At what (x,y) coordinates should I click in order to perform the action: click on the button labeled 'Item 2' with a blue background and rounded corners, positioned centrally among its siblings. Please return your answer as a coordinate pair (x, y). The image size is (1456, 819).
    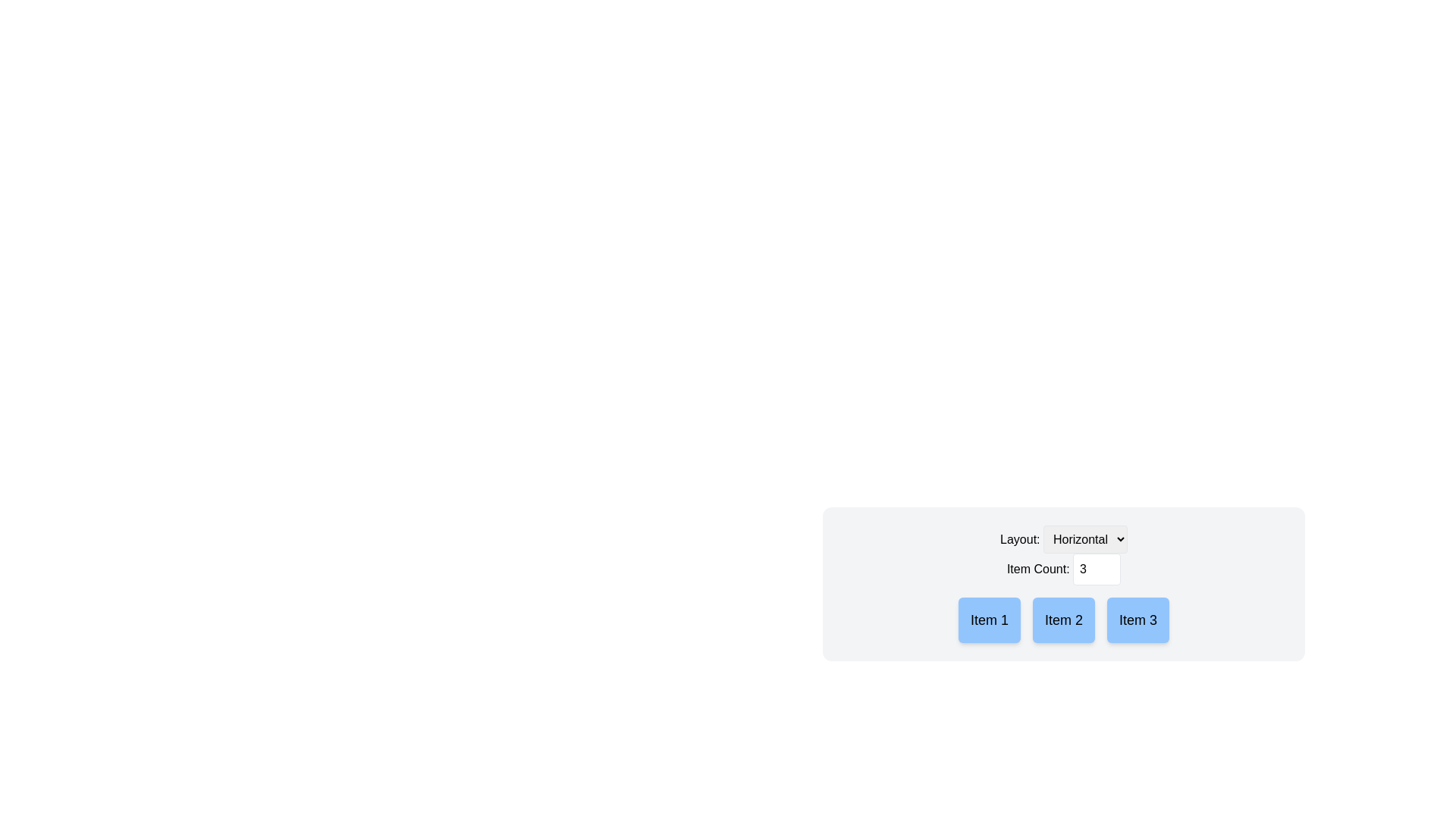
    Looking at the image, I should click on (1062, 620).